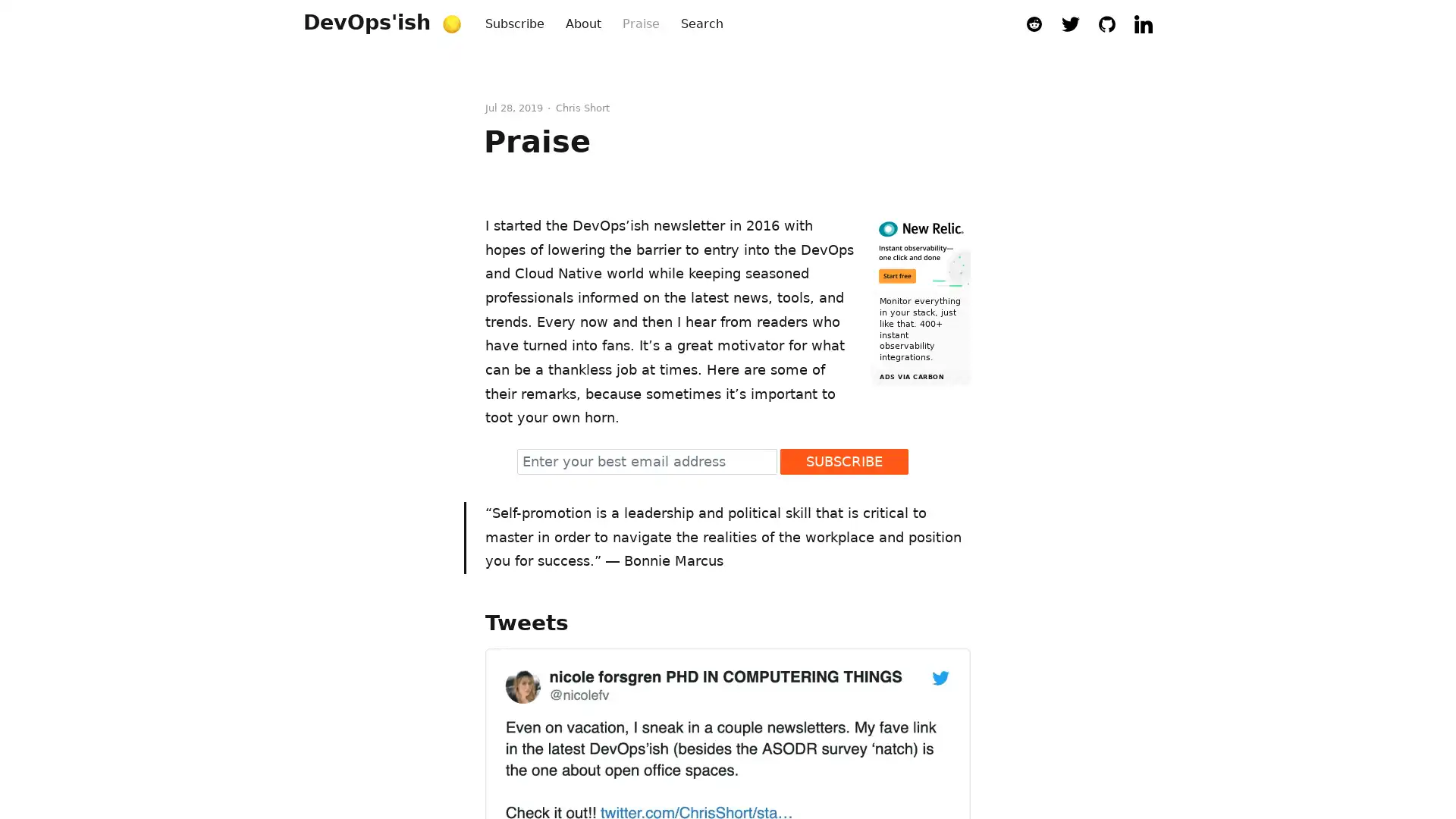 This screenshot has width=1456, height=819. What do you see at coordinates (843, 460) in the screenshot?
I see `SUBSCRIBE` at bounding box center [843, 460].